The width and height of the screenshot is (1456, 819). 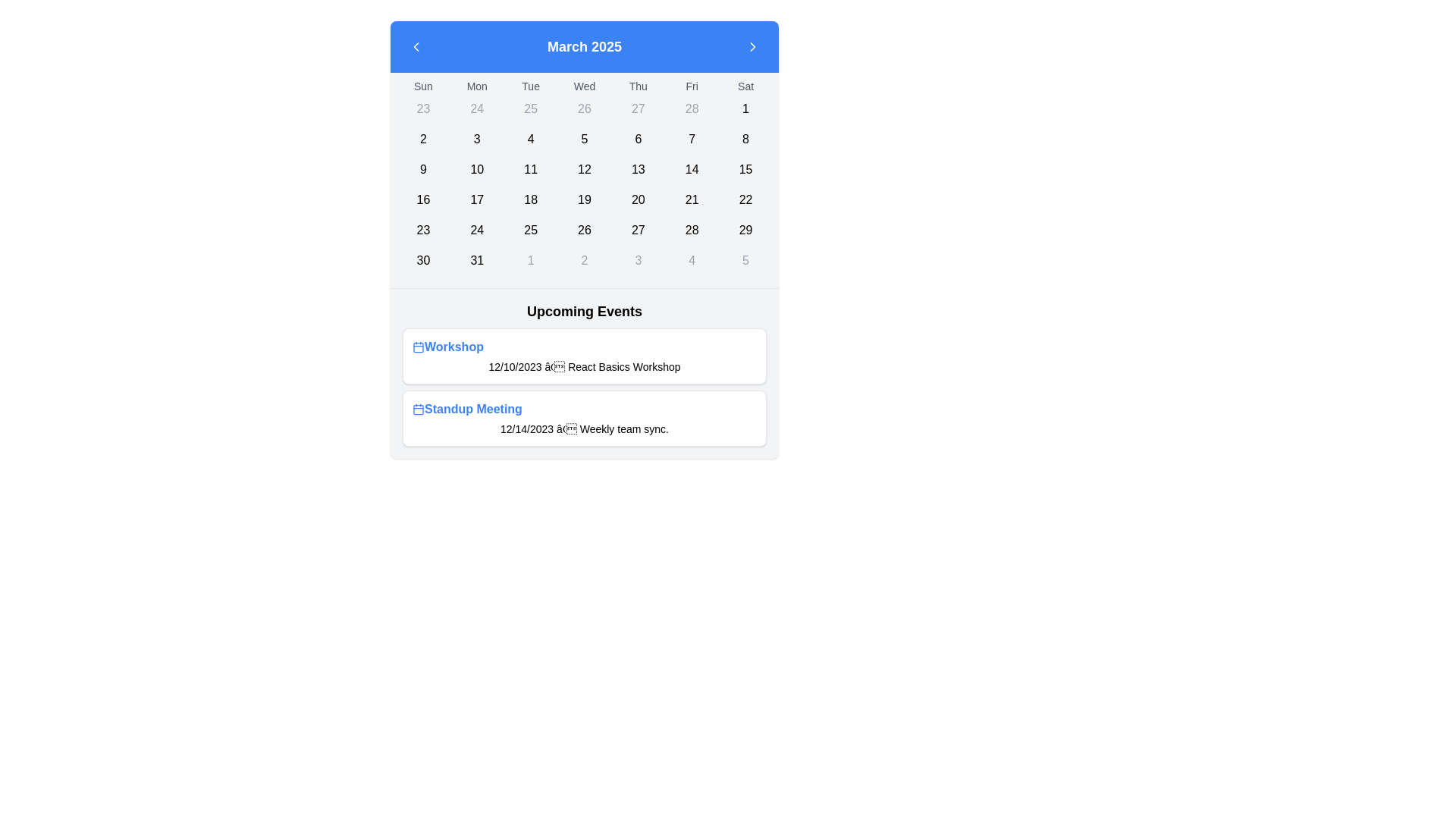 What do you see at coordinates (584, 169) in the screenshot?
I see `the date cell representing the number '12' in the calendar interface` at bounding box center [584, 169].